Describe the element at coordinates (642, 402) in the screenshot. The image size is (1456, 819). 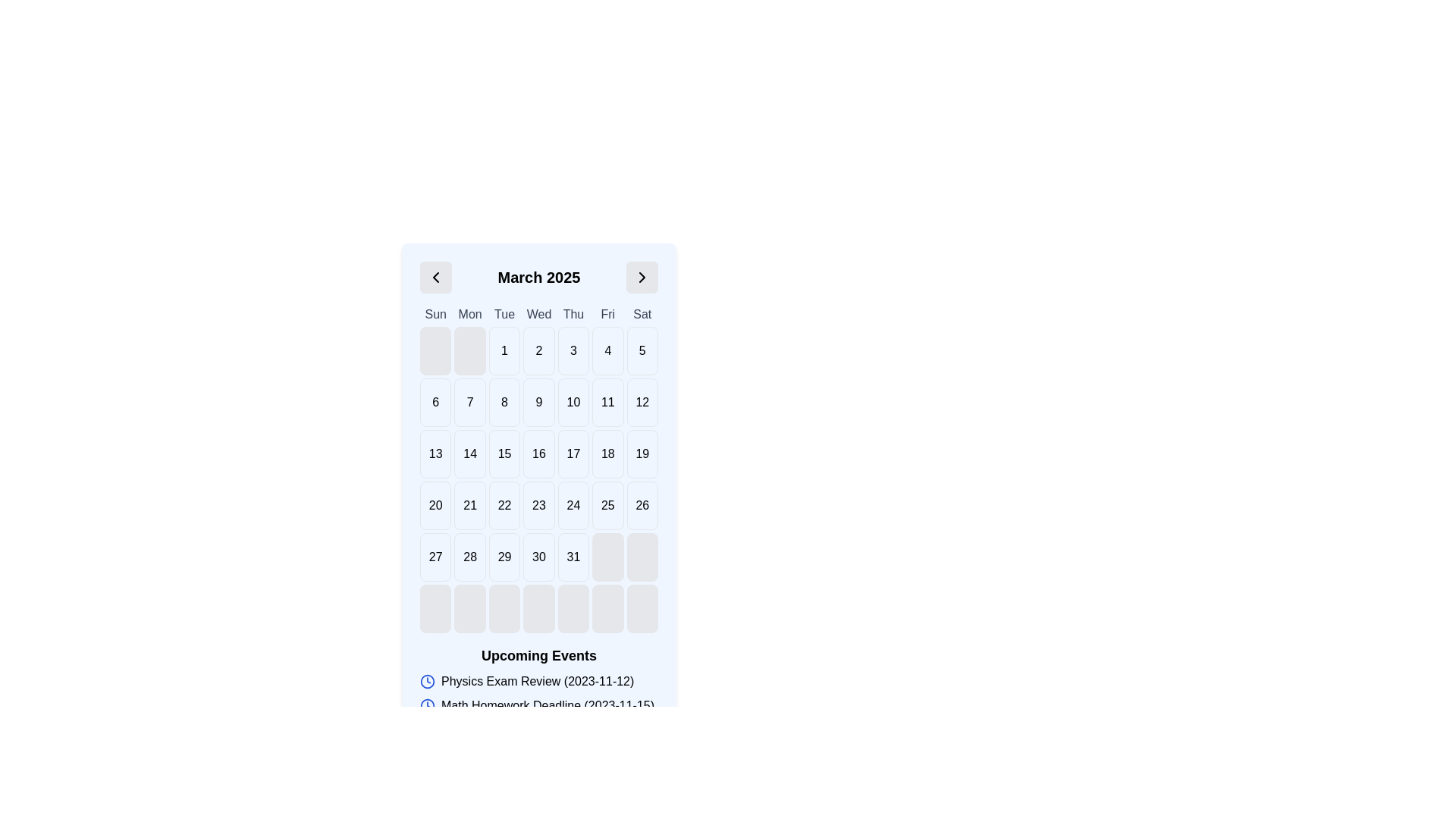
I see `the calendar day cell representing the date '12' in the sixth row and last column (Saturday) of the calendar grid` at that location.